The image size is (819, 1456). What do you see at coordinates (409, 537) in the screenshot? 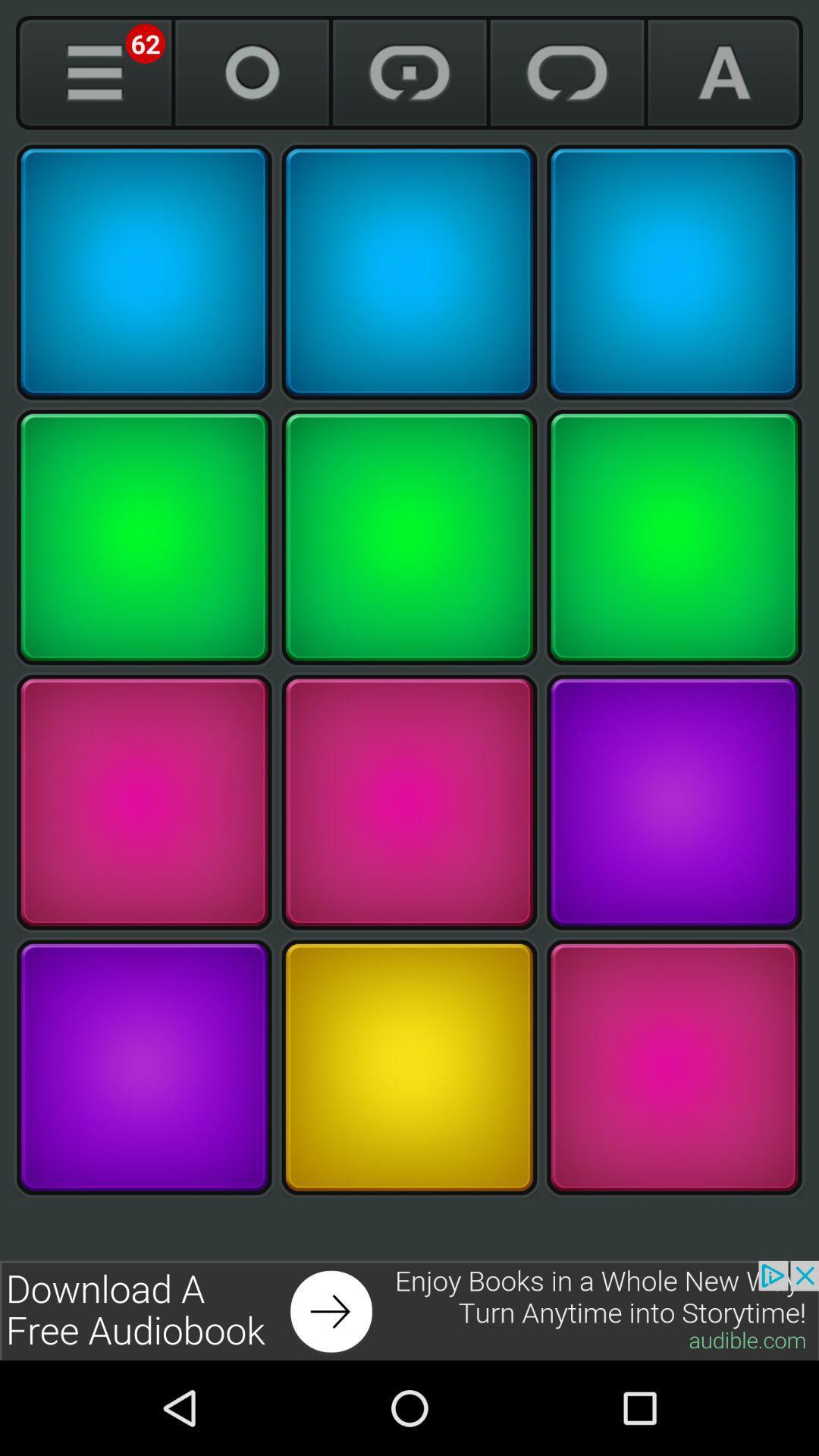
I see `make beat` at bounding box center [409, 537].